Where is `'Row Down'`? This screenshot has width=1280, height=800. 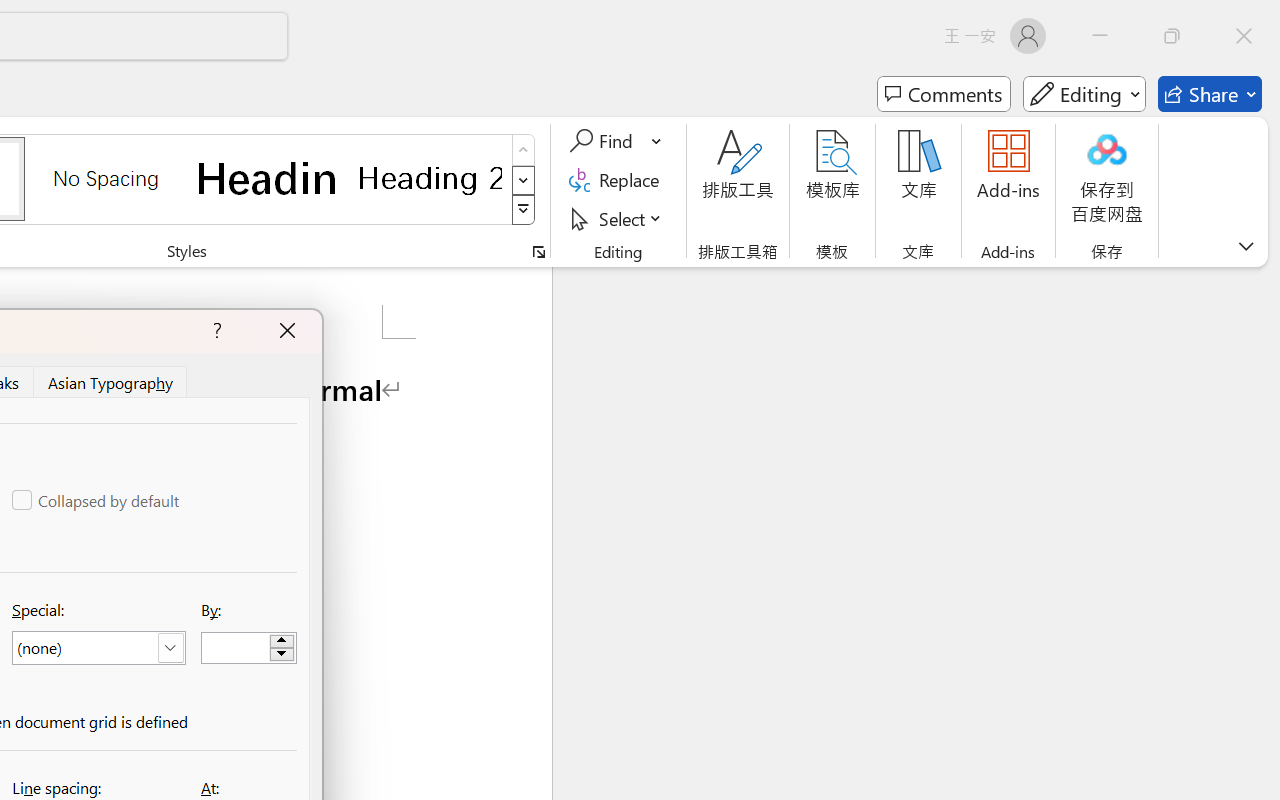 'Row Down' is located at coordinates (523, 179).